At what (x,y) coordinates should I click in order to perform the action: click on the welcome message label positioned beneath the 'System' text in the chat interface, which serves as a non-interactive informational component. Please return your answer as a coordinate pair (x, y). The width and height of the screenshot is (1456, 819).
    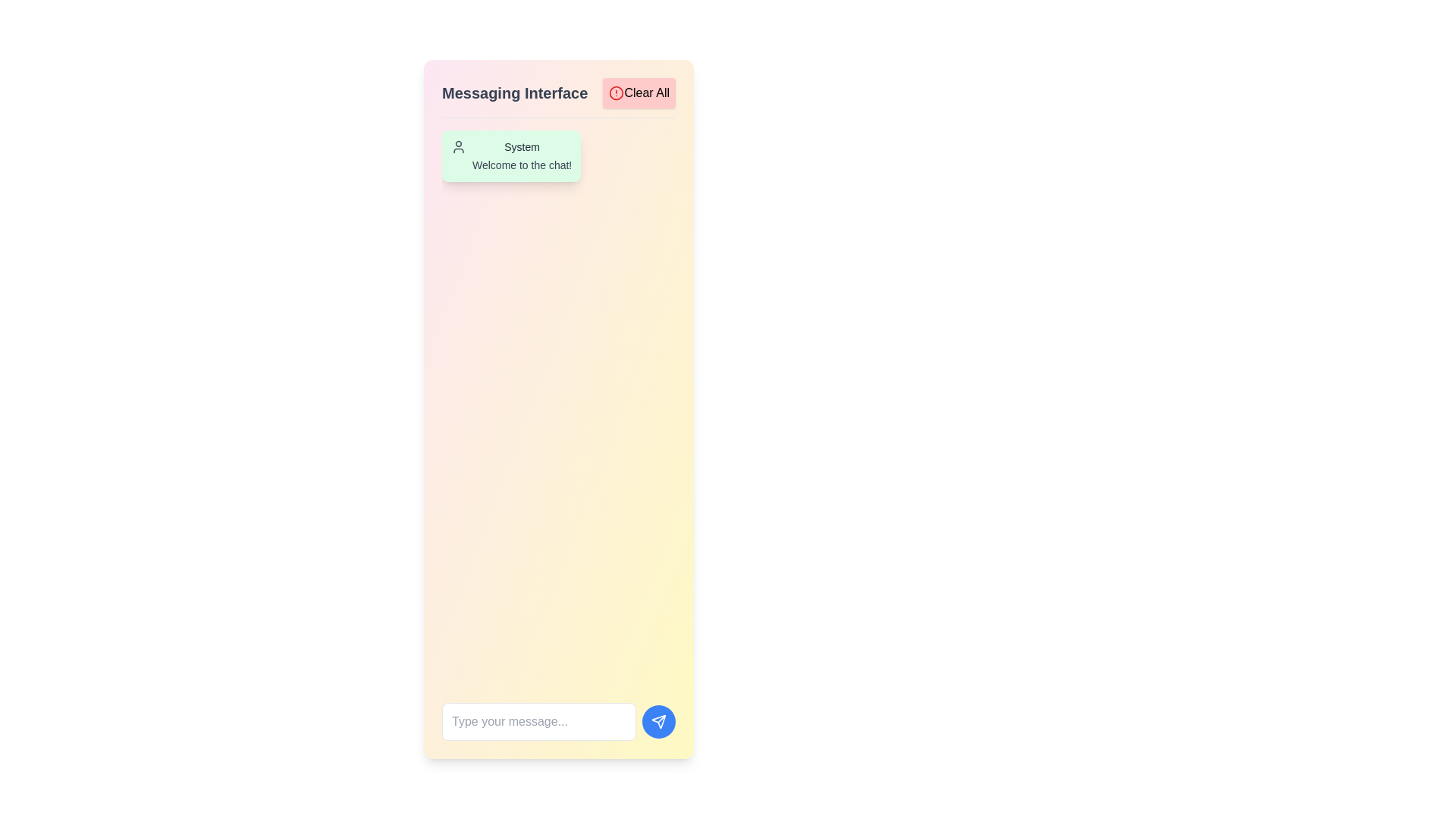
    Looking at the image, I should click on (522, 165).